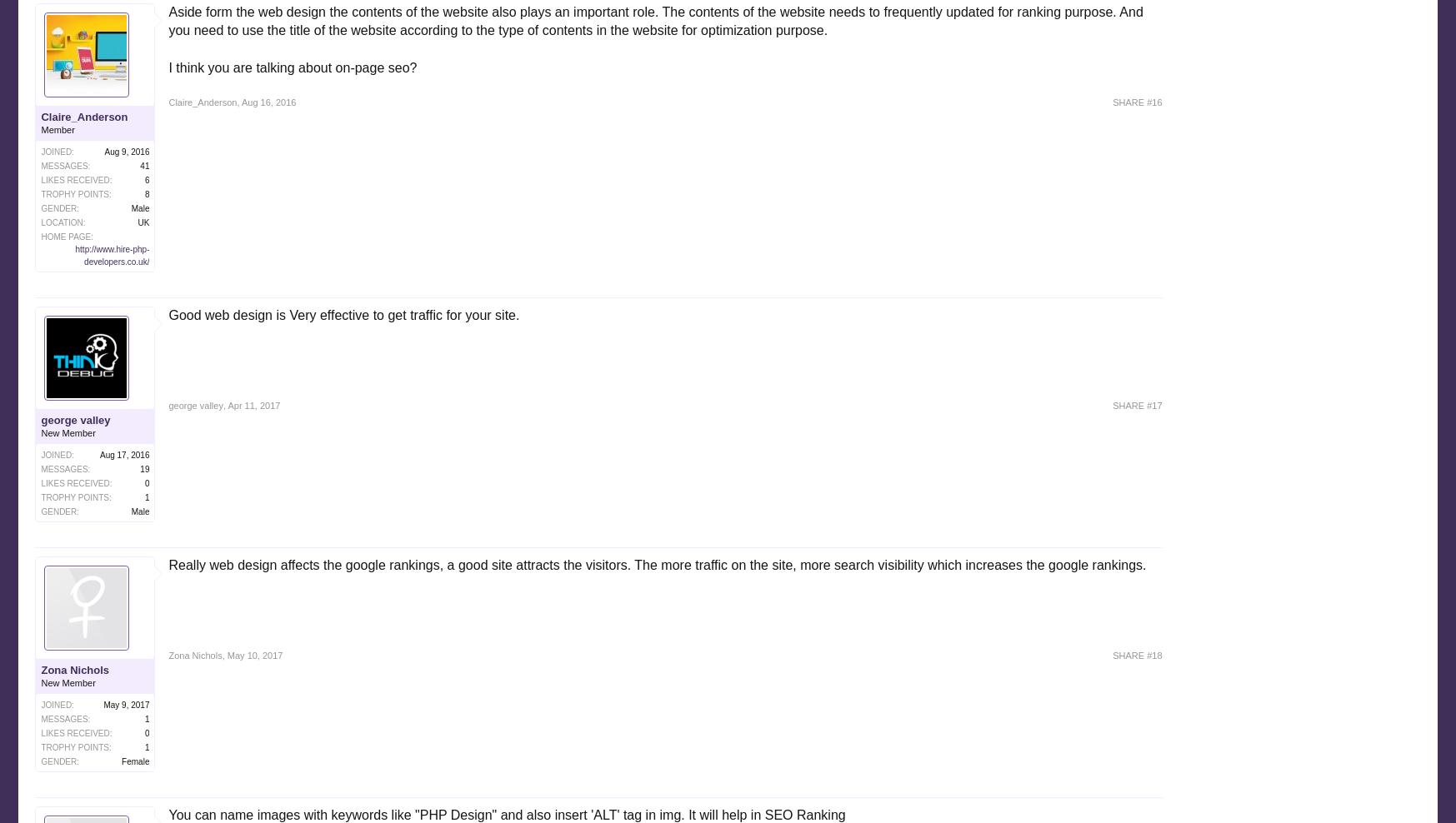 This screenshot has width=1456, height=823. What do you see at coordinates (655, 19) in the screenshot?
I see `'Aside form the web design the contents of the website also plays an important role. The  contents of the website needs to frequently updated for ranking purpose. And you need to use the title of the website according to the type of contents in the website for optimization purpose.'` at bounding box center [655, 19].